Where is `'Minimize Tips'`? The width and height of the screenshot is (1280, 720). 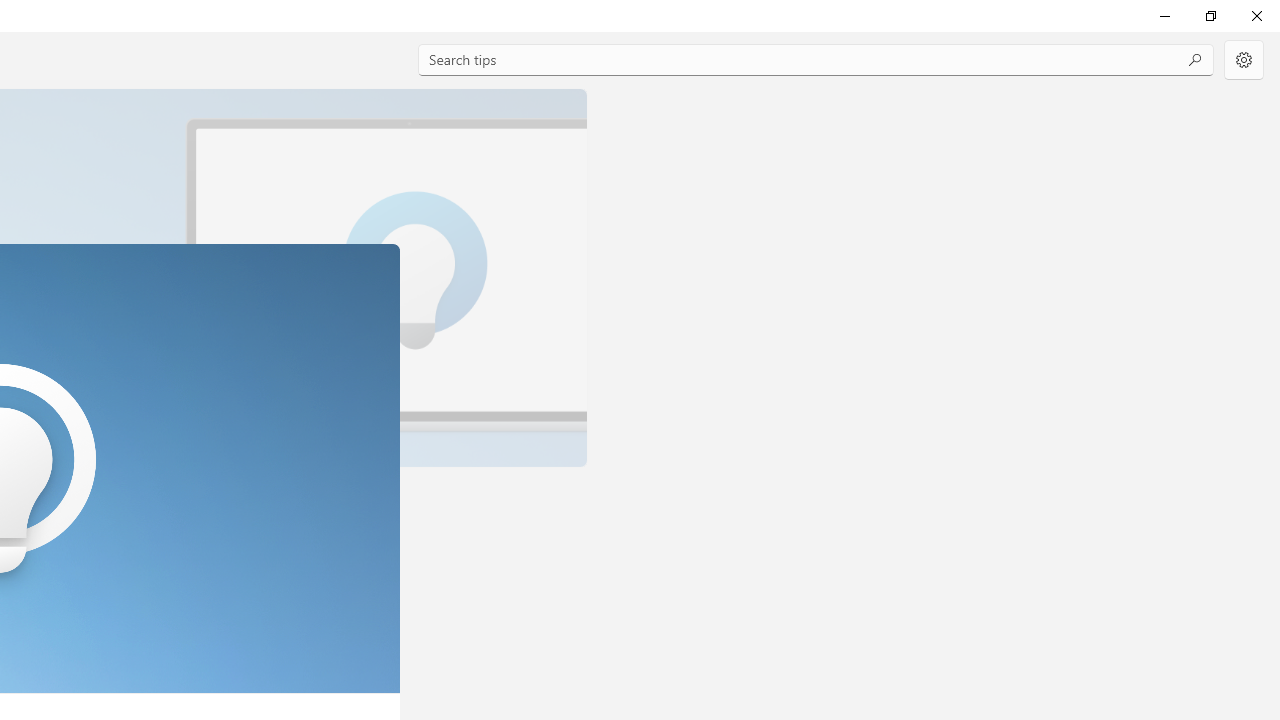
'Minimize Tips' is located at coordinates (1164, 15).